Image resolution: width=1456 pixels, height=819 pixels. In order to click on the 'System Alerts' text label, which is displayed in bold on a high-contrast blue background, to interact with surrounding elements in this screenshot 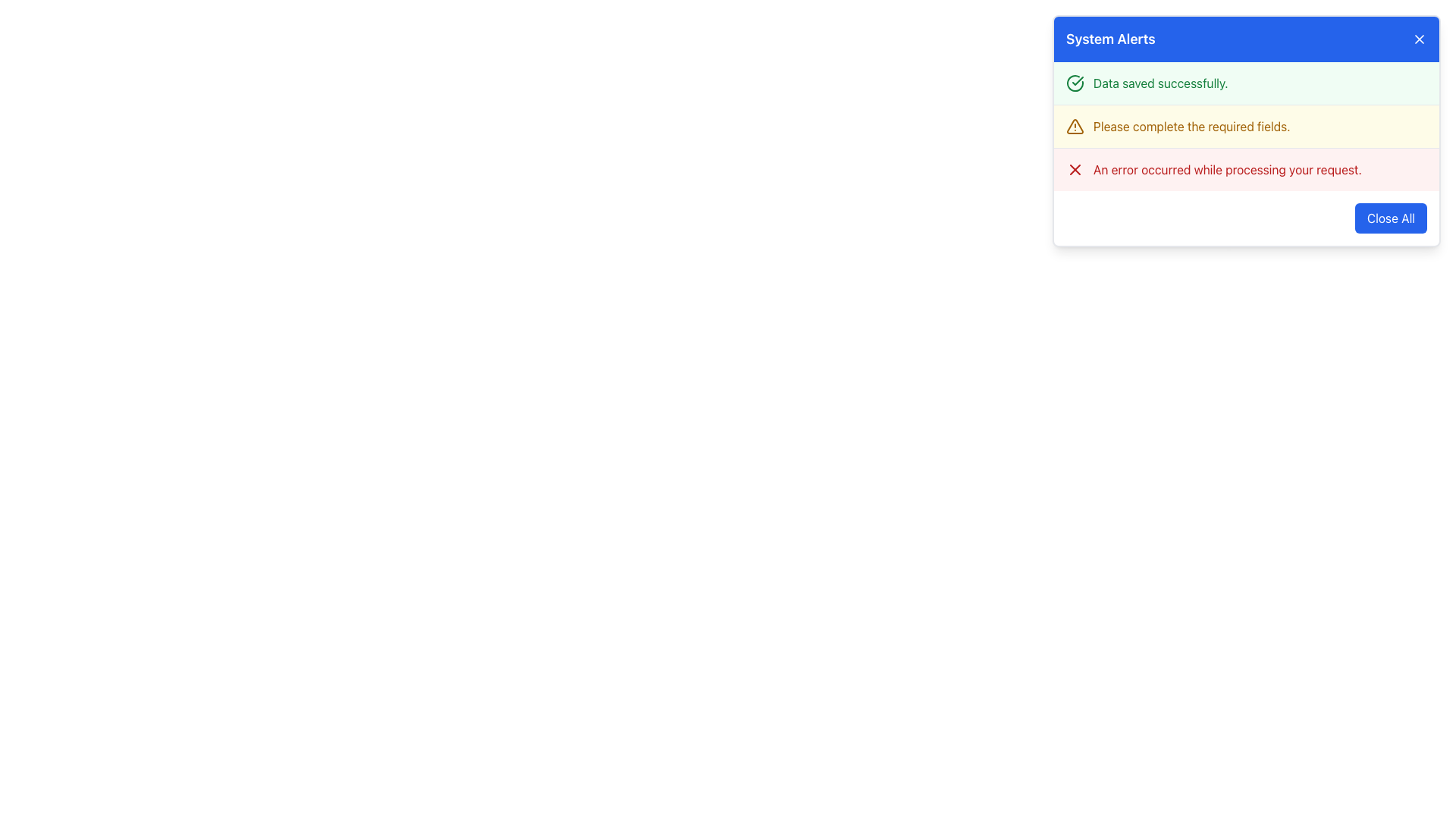, I will do `click(1110, 38)`.